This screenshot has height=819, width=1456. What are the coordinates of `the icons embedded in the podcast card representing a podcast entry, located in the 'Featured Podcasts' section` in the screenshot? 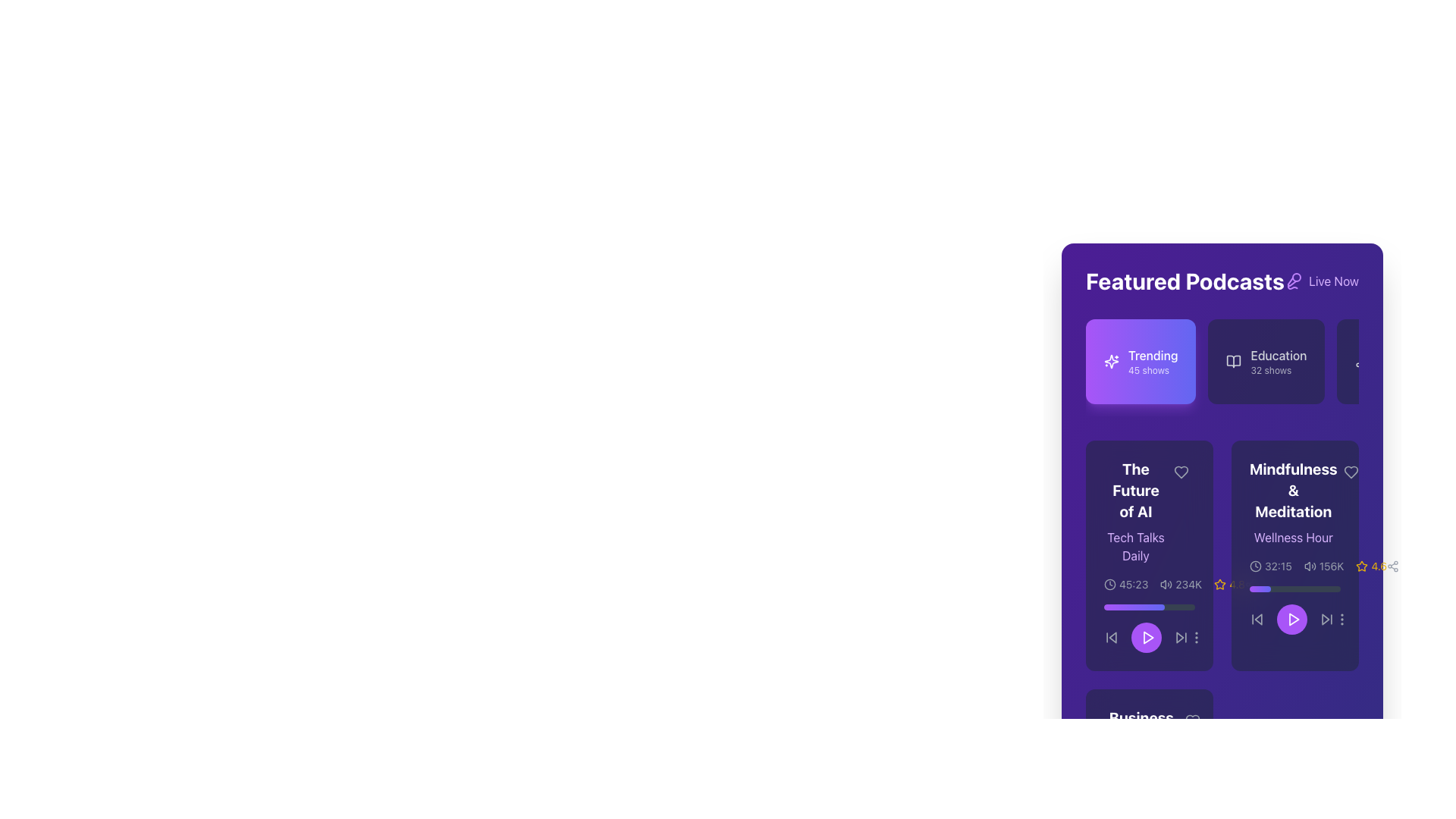 It's located at (1294, 555).